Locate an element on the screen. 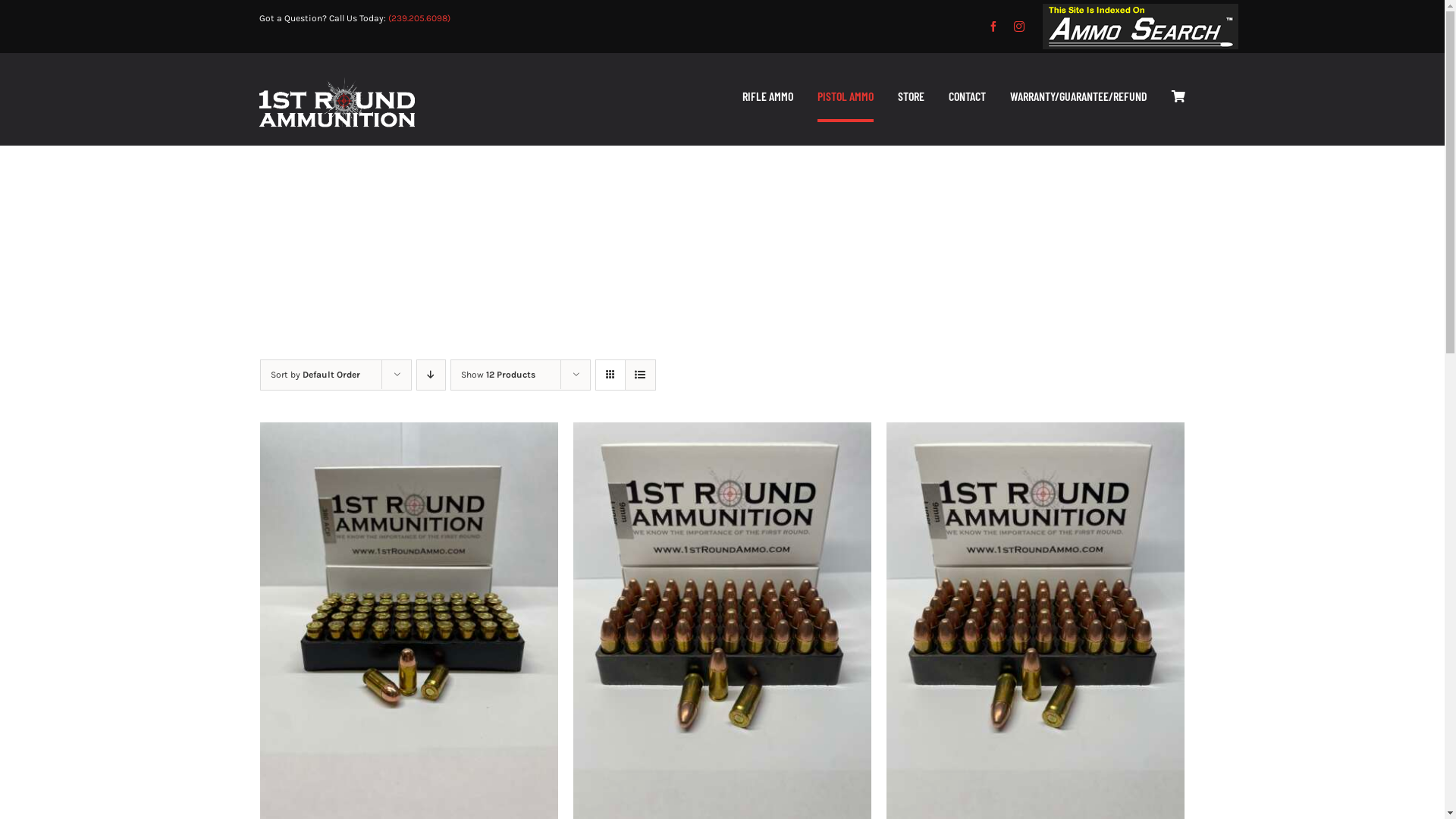 The image size is (1456, 819). 'RIFLE AMMO' is located at coordinates (767, 97).